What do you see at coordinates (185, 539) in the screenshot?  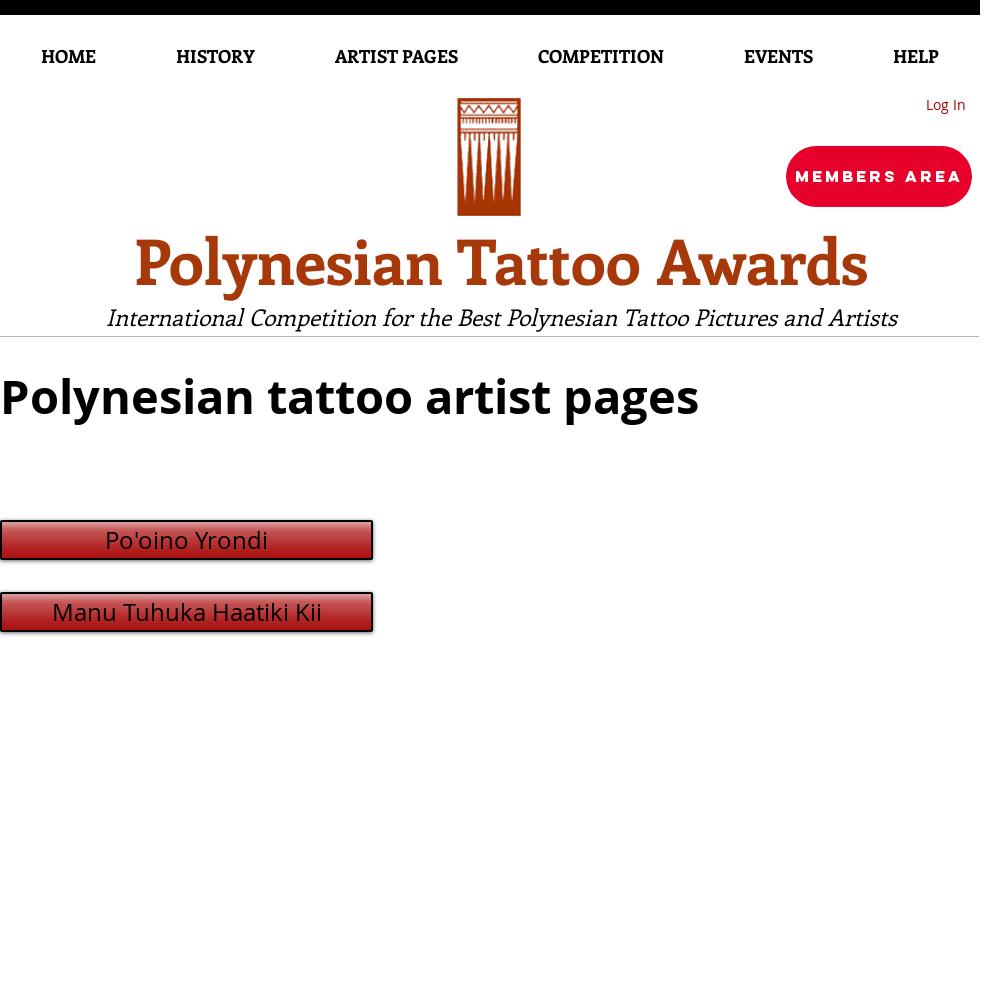 I see `'Po'oino Yrondi'` at bounding box center [185, 539].